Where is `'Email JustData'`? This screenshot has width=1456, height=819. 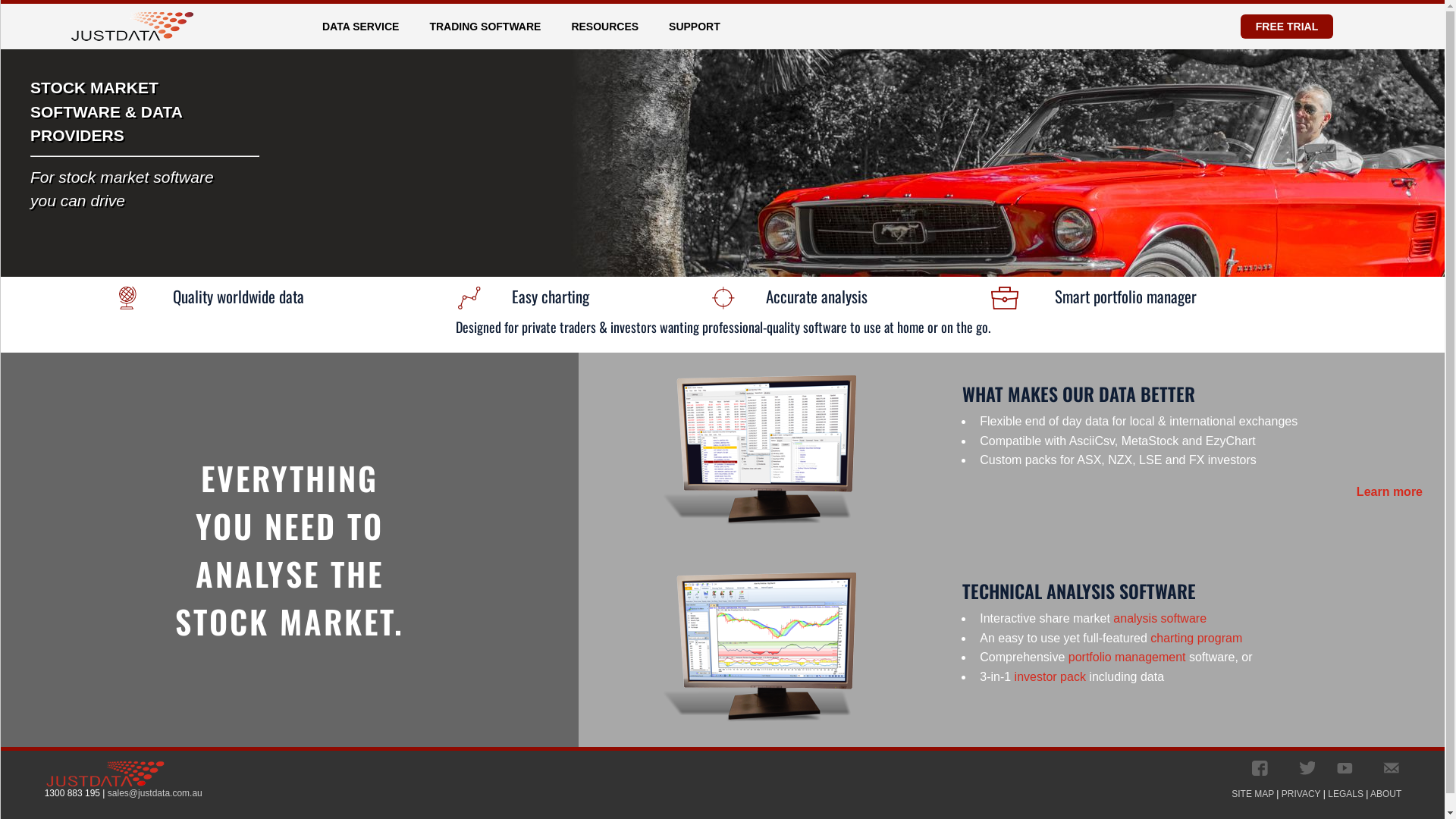
'Email JustData' is located at coordinates (1391, 768).